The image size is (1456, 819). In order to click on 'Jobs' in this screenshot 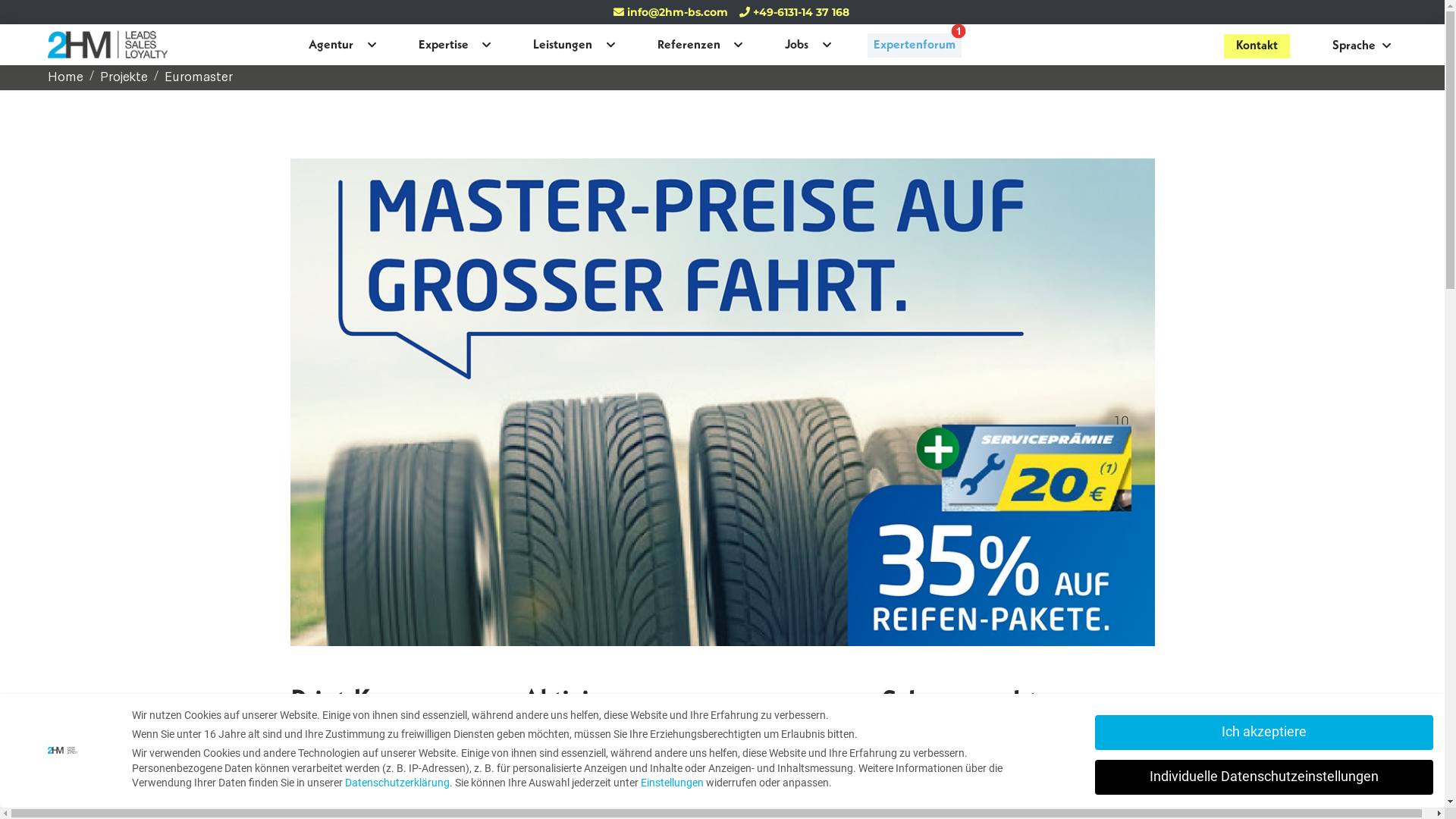, I will do `click(795, 45)`.